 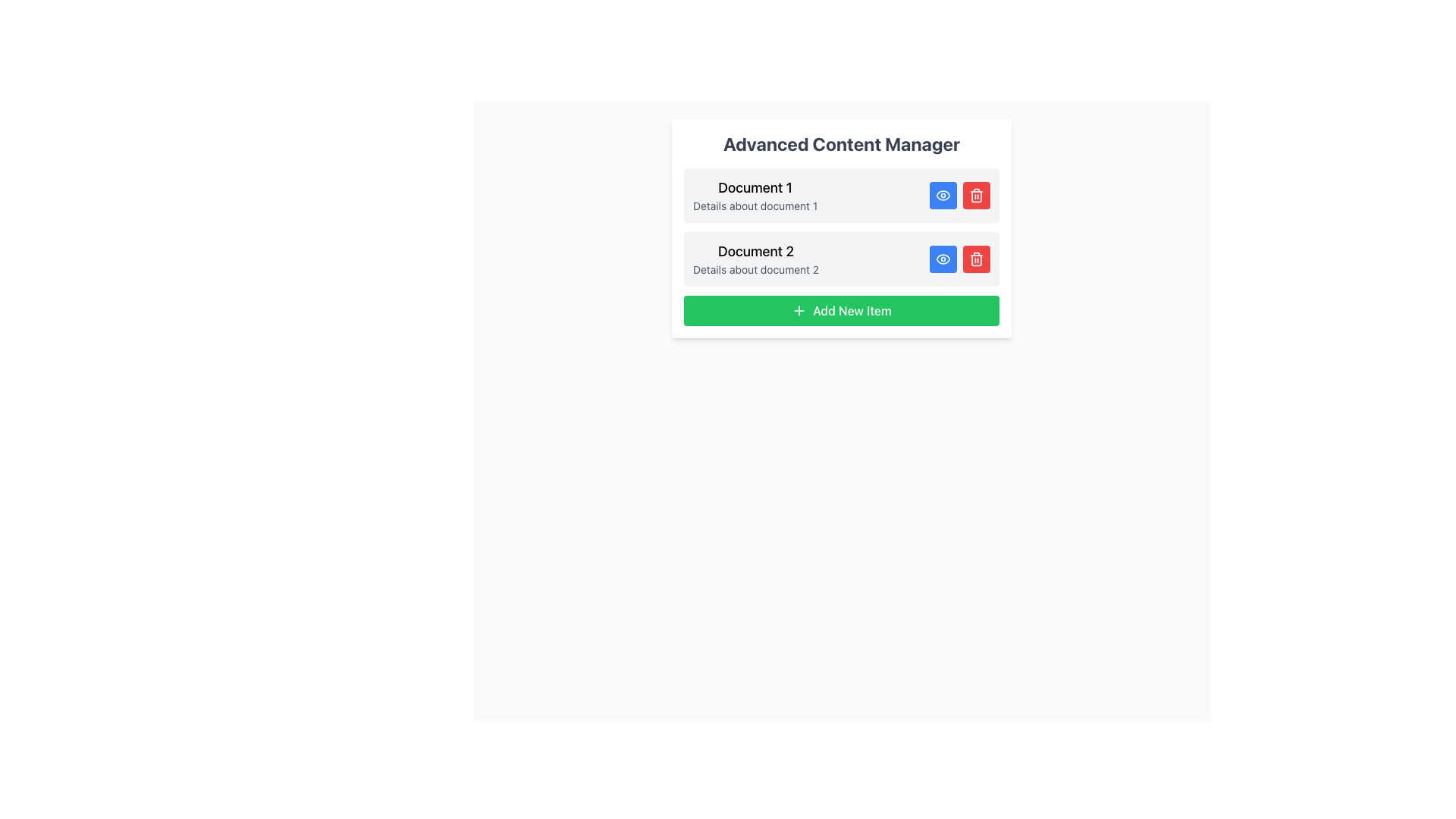 What do you see at coordinates (976, 195) in the screenshot?
I see `the delete button represented by a trash can icon with a red background located in the top-right corner of the second document row to initiate the deletion process` at bounding box center [976, 195].